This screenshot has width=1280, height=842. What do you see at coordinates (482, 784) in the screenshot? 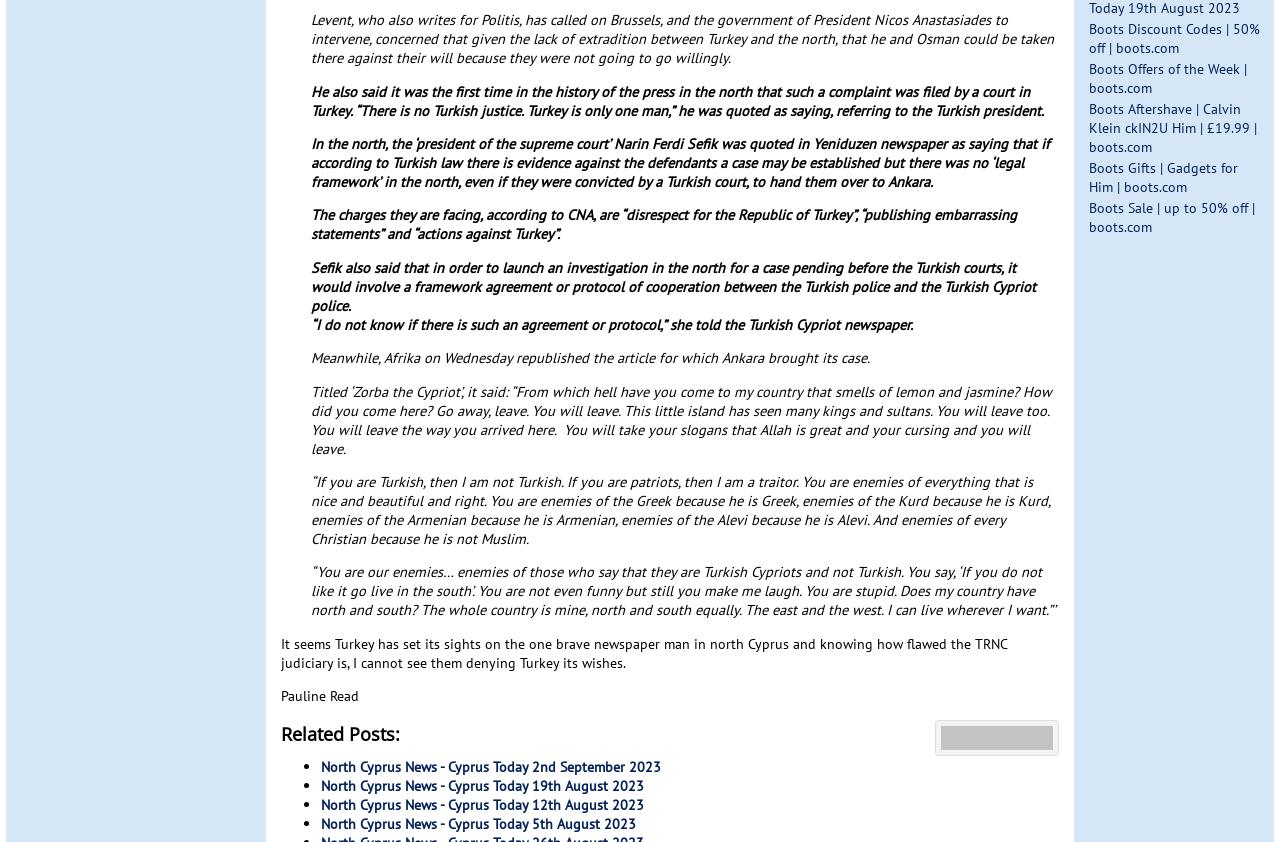
I see `'North Cyprus News - Cyprus Today 19th August 2023'` at bounding box center [482, 784].